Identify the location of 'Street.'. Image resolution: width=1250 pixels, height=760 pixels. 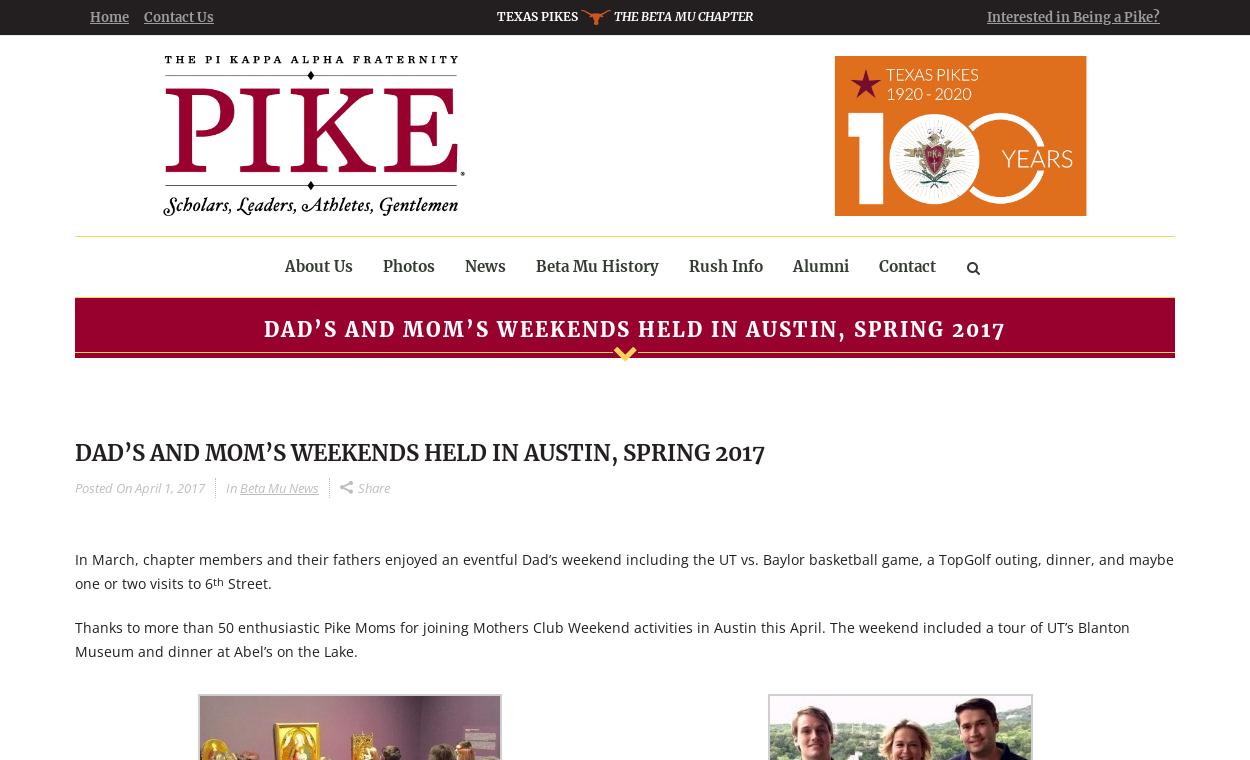
(247, 582).